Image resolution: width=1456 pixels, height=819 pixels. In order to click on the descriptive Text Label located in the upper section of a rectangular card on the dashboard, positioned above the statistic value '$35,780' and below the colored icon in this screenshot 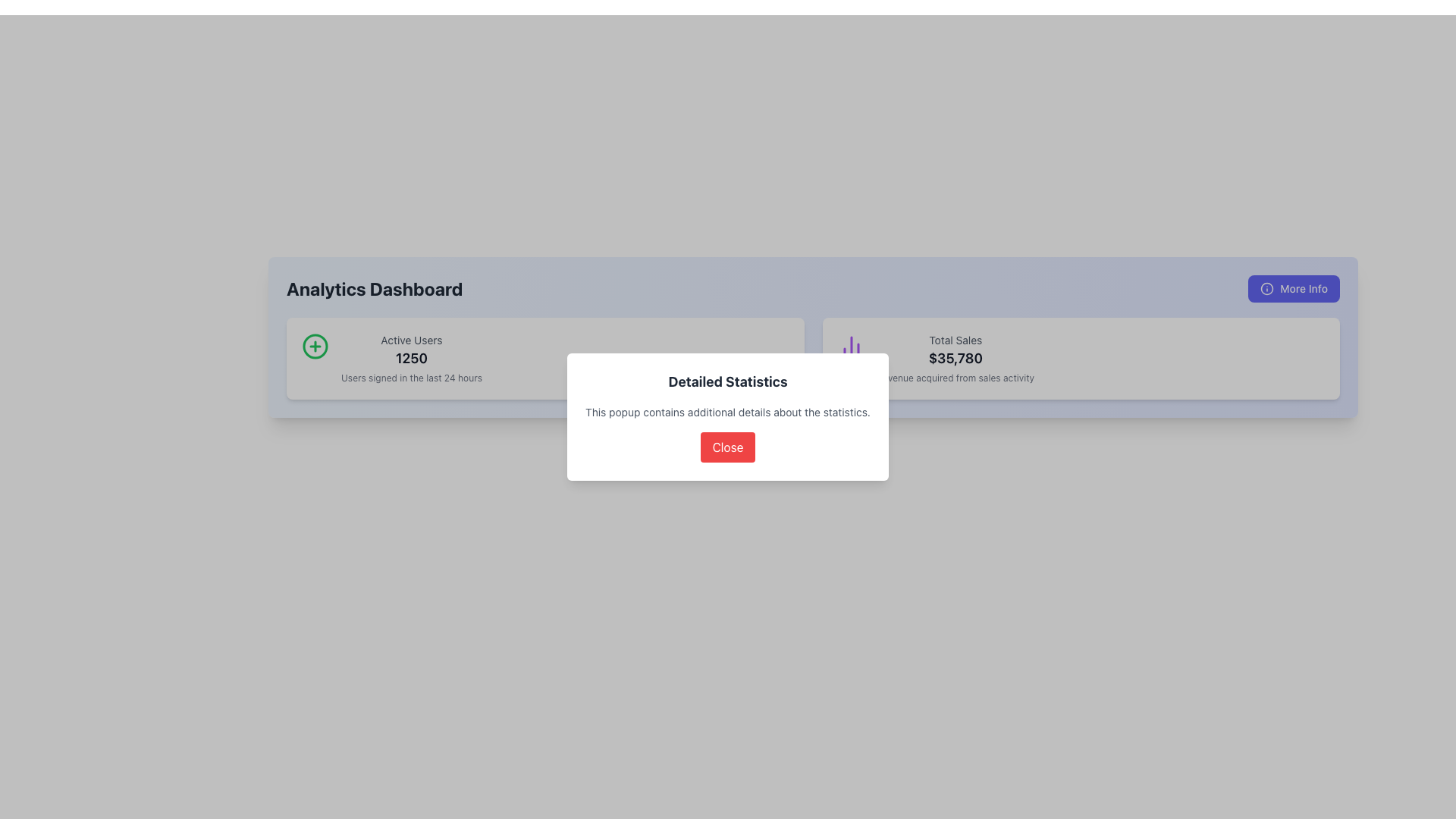, I will do `click(955, 339)`.